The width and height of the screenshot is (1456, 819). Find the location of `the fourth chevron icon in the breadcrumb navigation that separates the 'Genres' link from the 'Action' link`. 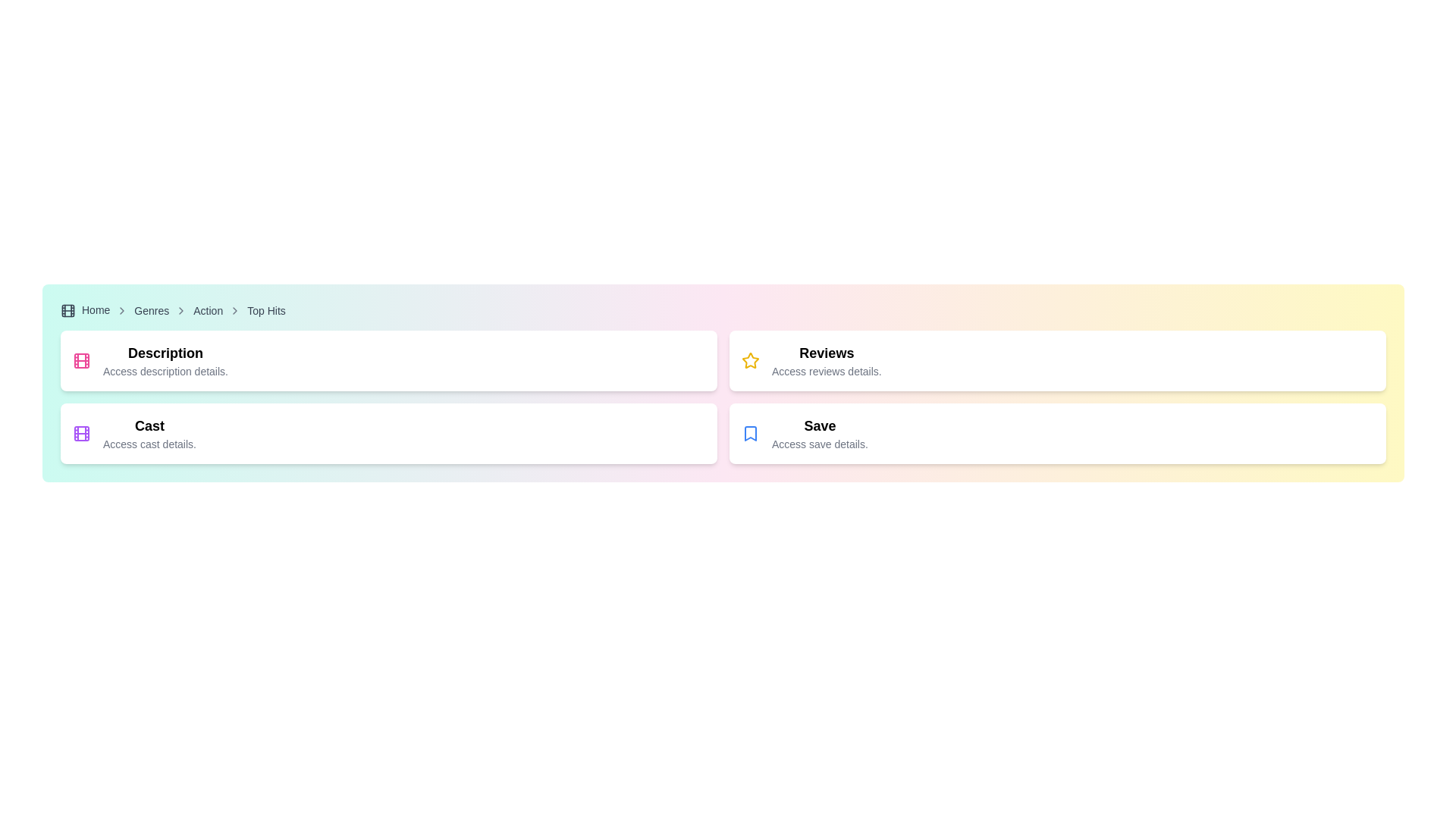

the fourth chevron icon in the breadcrumb navigation that separates the 'Genres' link from the 'Action' link is located at coordinates (181, 309).